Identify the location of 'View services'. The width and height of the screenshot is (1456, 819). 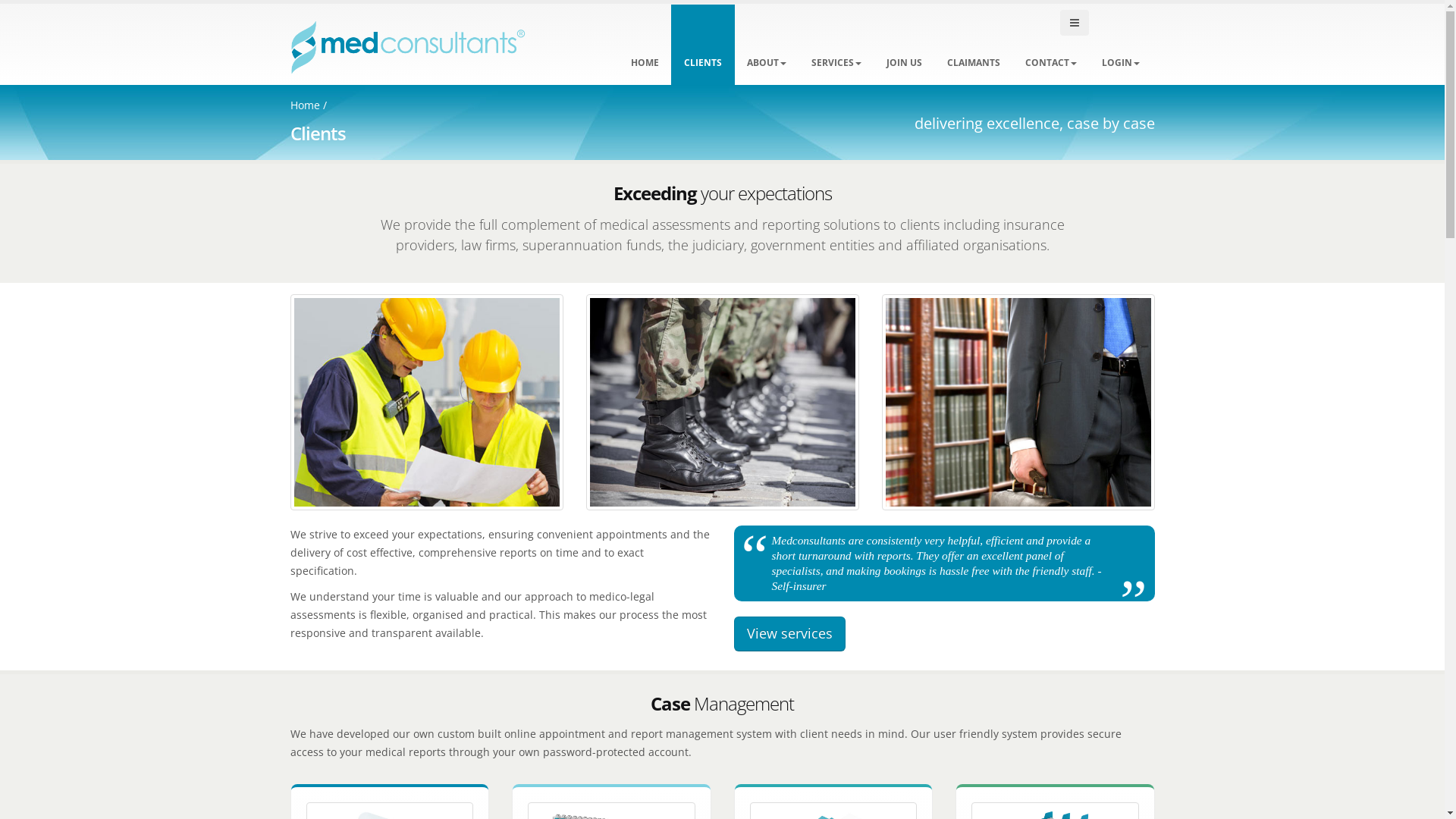
(789, 634).